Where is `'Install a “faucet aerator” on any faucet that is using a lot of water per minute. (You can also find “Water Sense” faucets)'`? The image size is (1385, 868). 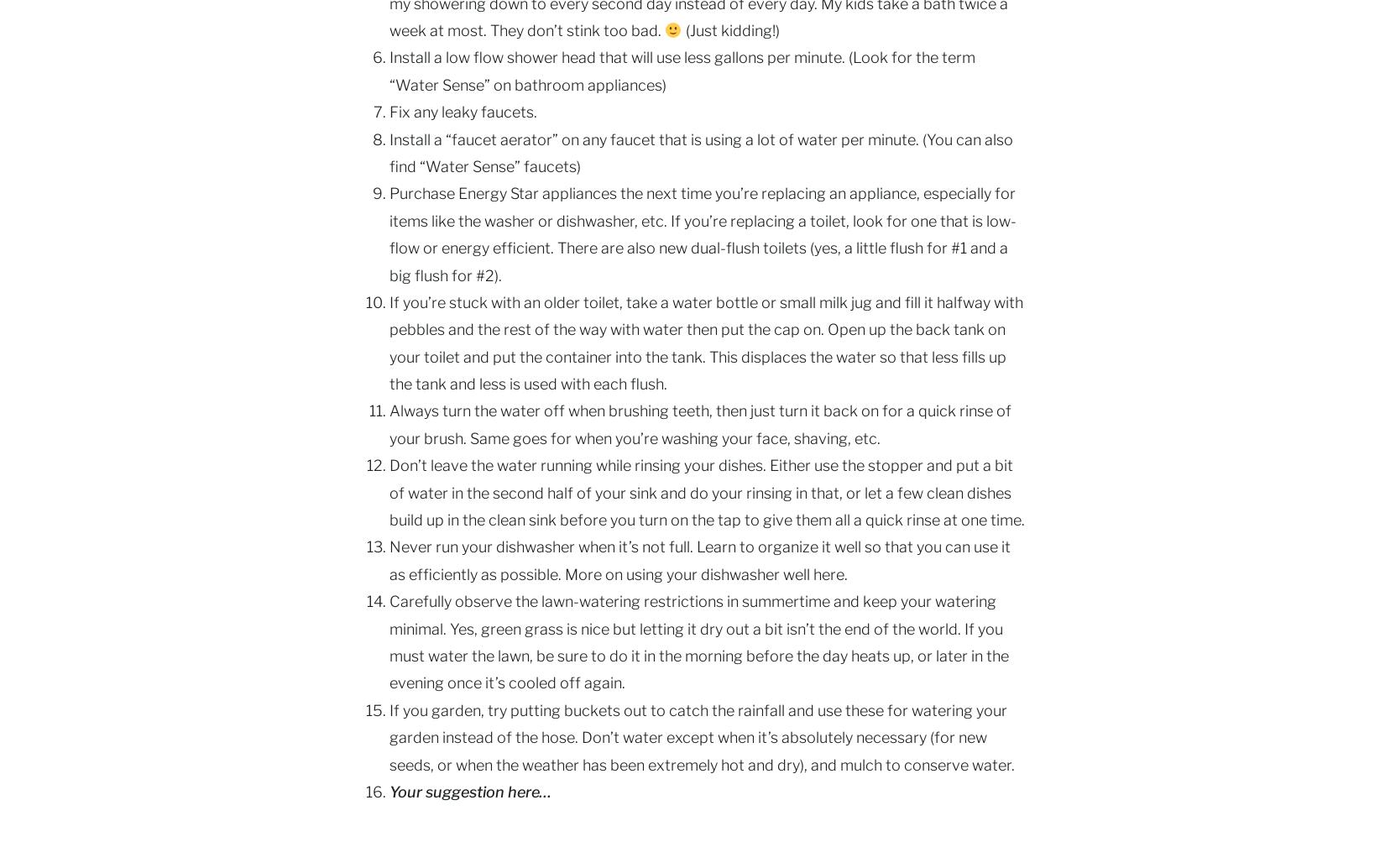
'Install a “faucet aerator” on any faucet that is using a lot of water per minute. (You can also find “Water Sense” faucets)' is located at coordinates (701, 152).